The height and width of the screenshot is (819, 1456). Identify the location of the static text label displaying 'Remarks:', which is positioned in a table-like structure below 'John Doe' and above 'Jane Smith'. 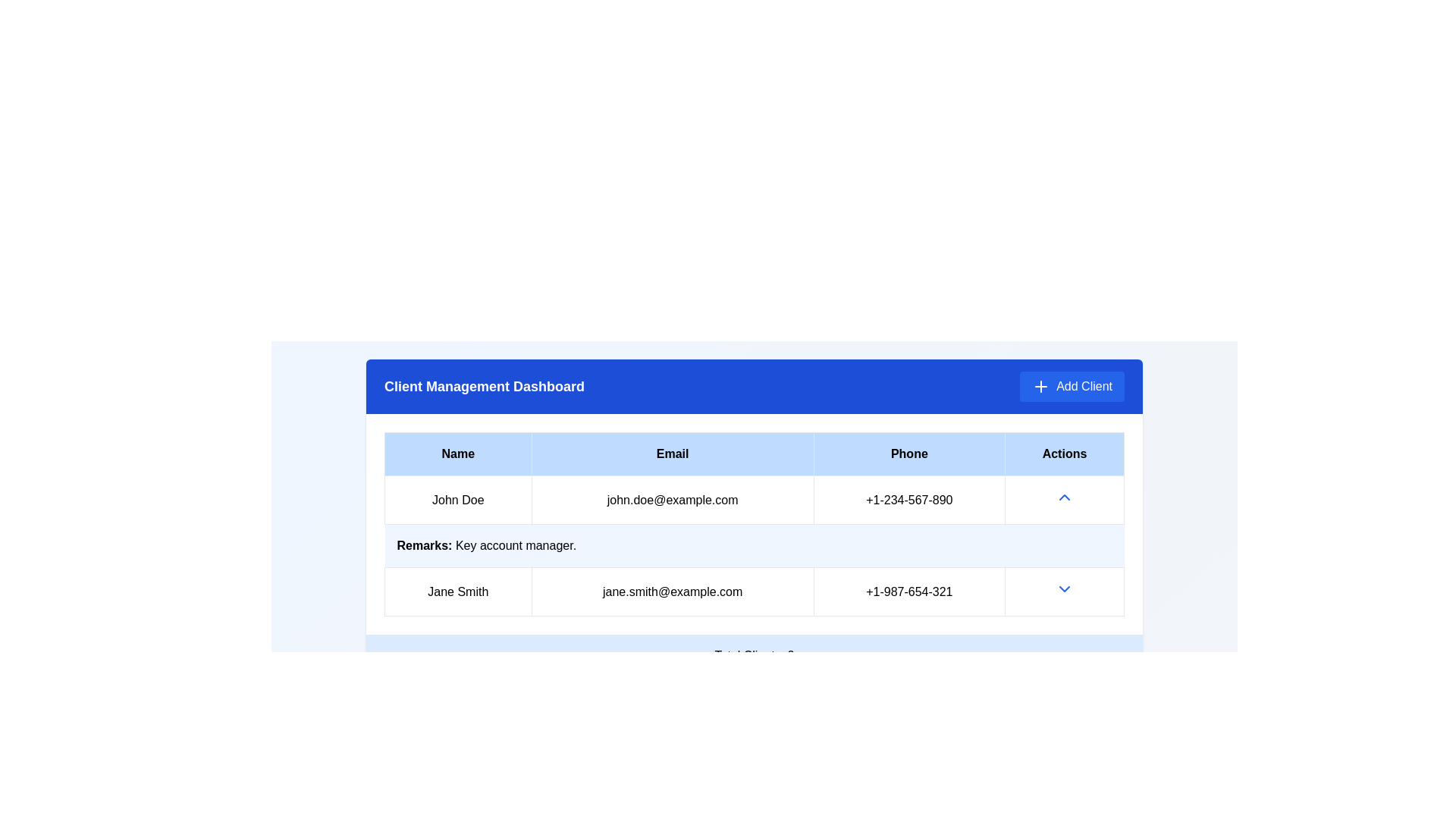
(425, 544).